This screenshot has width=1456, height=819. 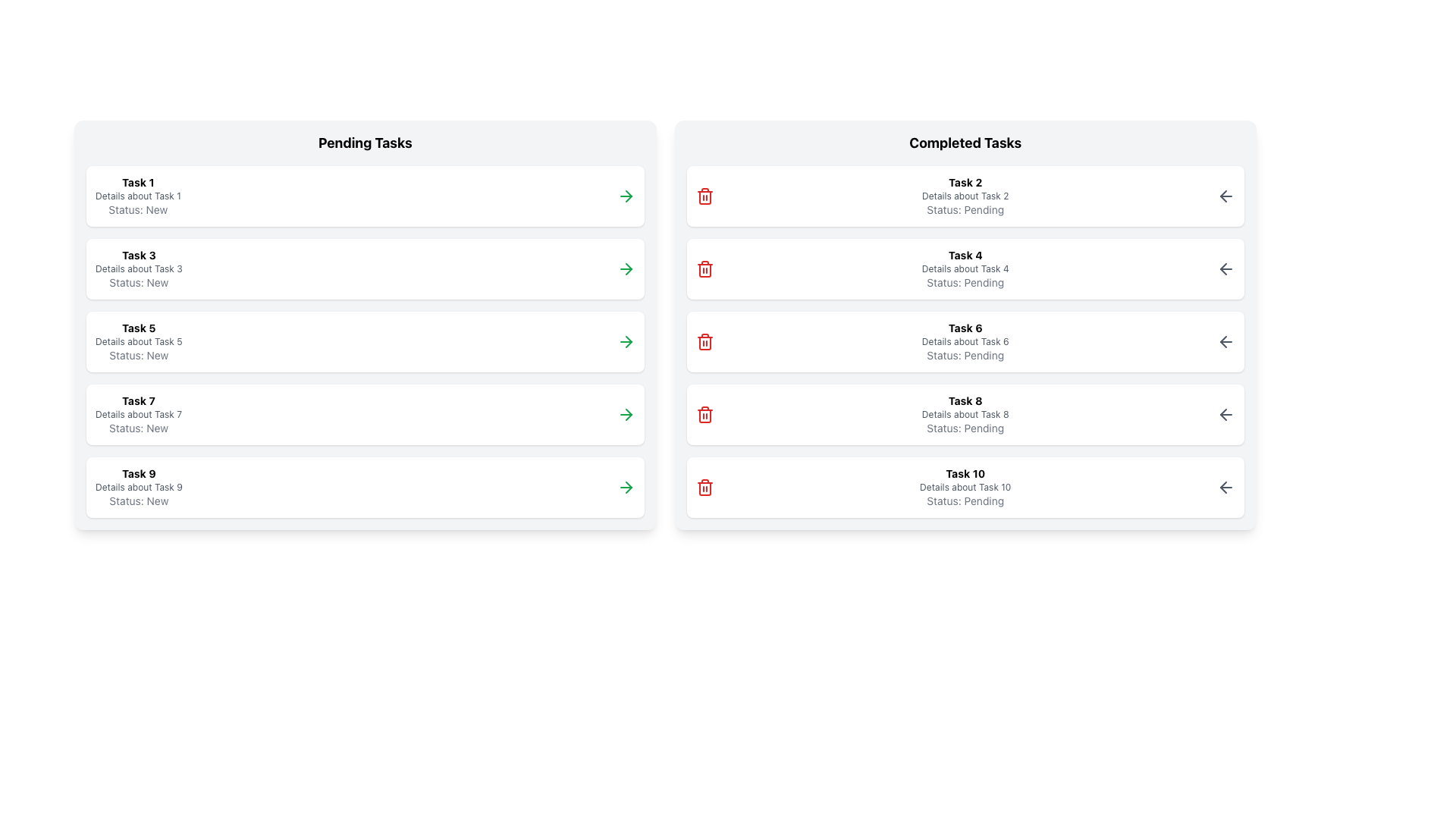 I want to click on the triangular tip of the leftward arrow icon located, so click(x=1223, y=415).